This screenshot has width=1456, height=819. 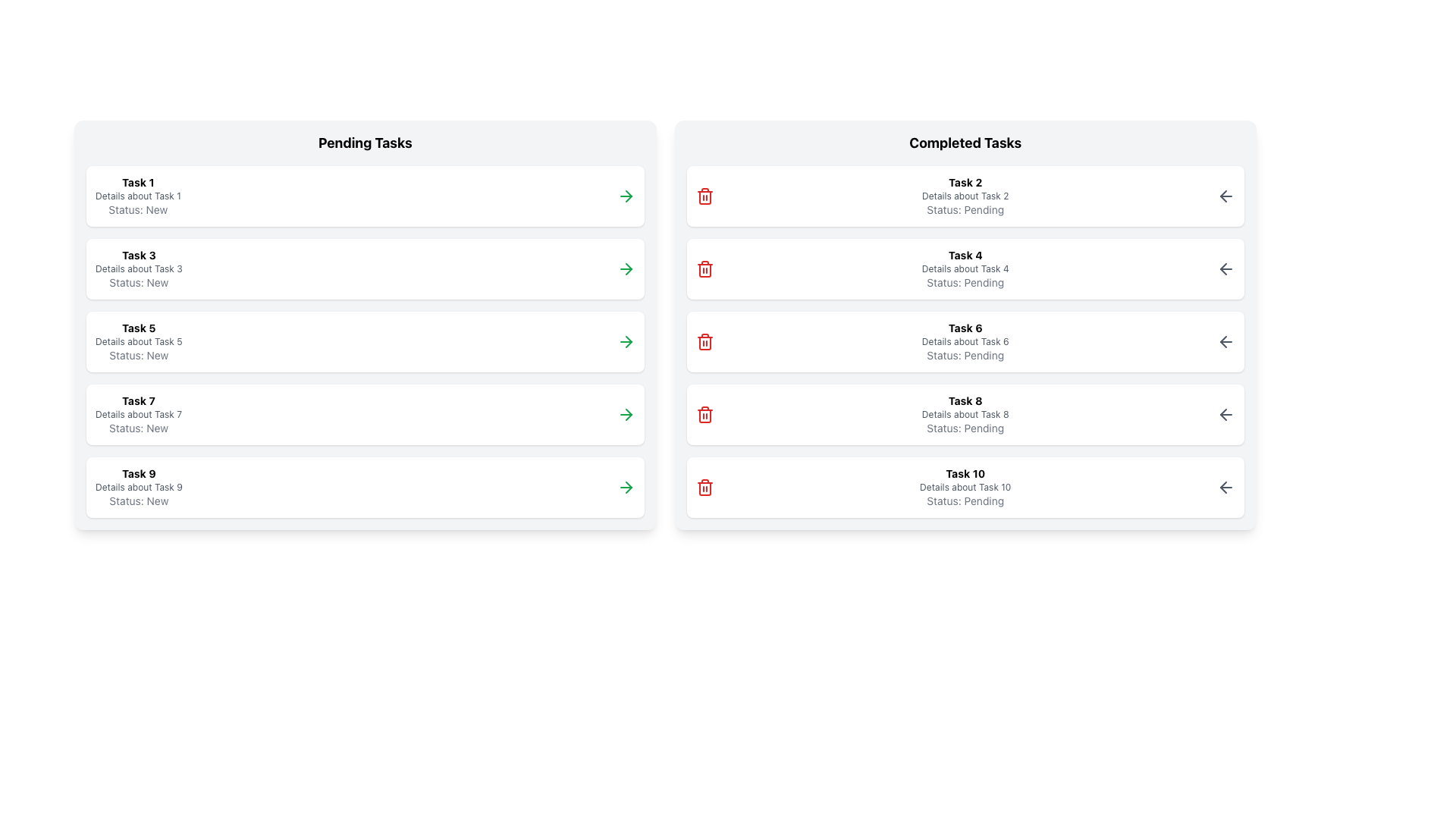 I want to click on the triangular tip of the leftward arrow icon located, so click(x=1223, y=415).